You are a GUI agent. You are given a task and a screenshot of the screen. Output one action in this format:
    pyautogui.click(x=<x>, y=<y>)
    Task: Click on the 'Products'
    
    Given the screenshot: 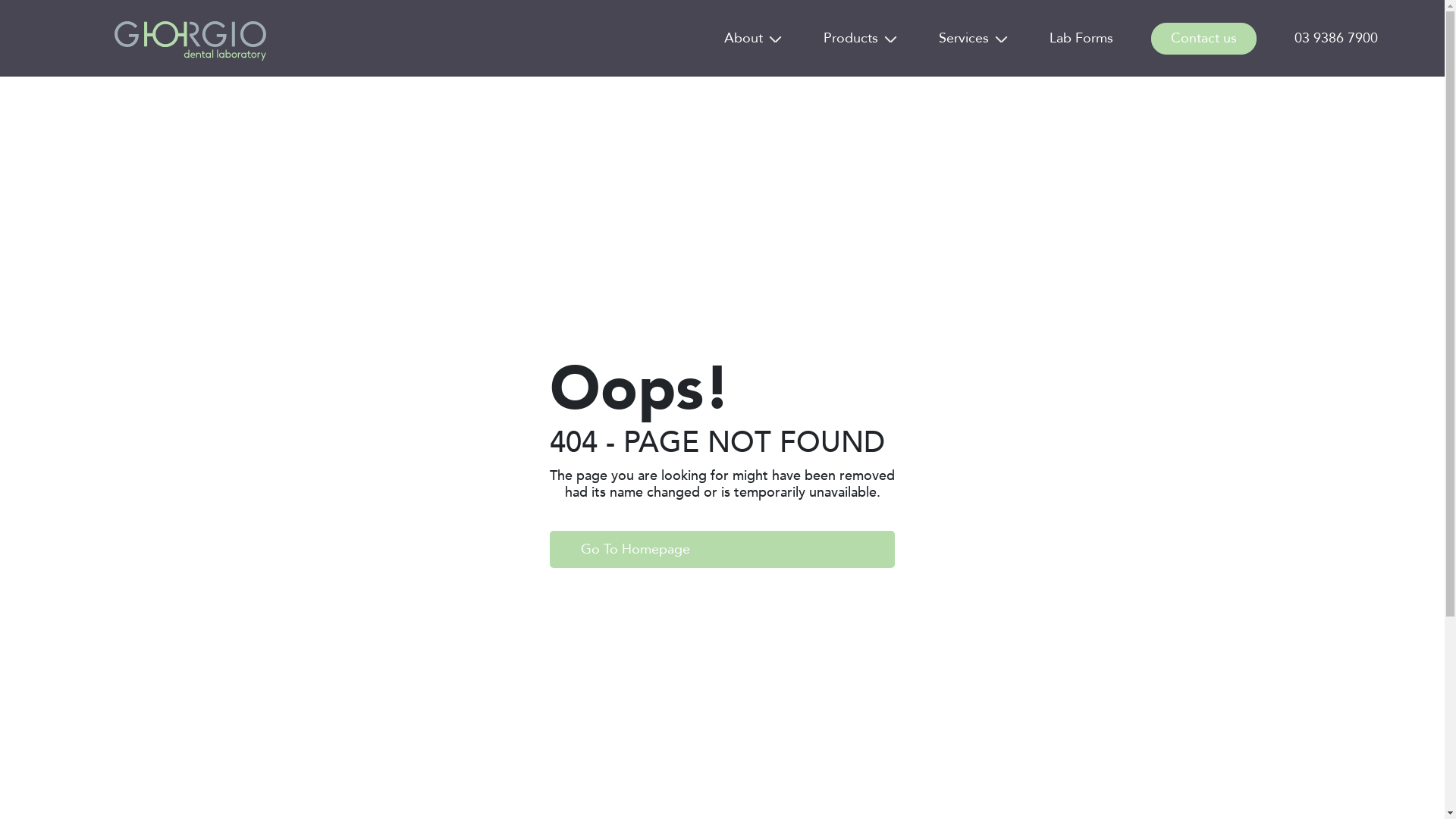 What is the action you would take?
    pyautogui.click(x=851, y=37)
    